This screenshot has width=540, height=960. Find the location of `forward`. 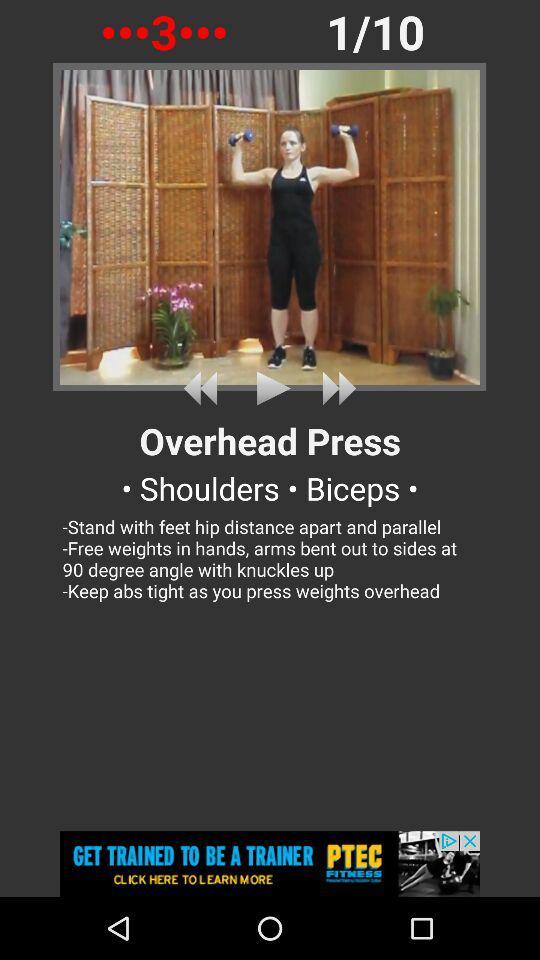

forward is located at coordinates (335, 387).